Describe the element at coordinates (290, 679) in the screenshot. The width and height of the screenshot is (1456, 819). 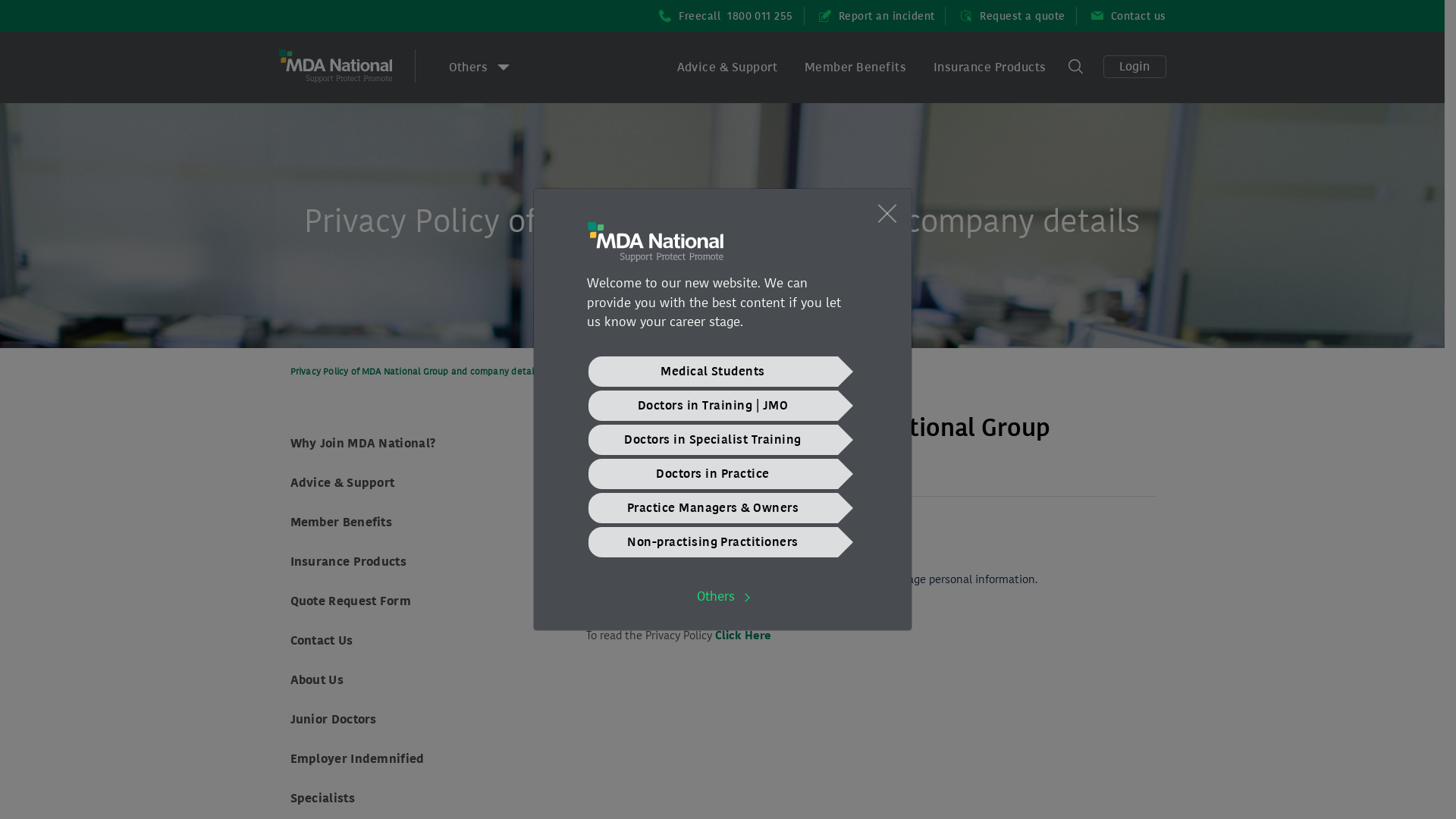
I see `'About Us'` at that location.